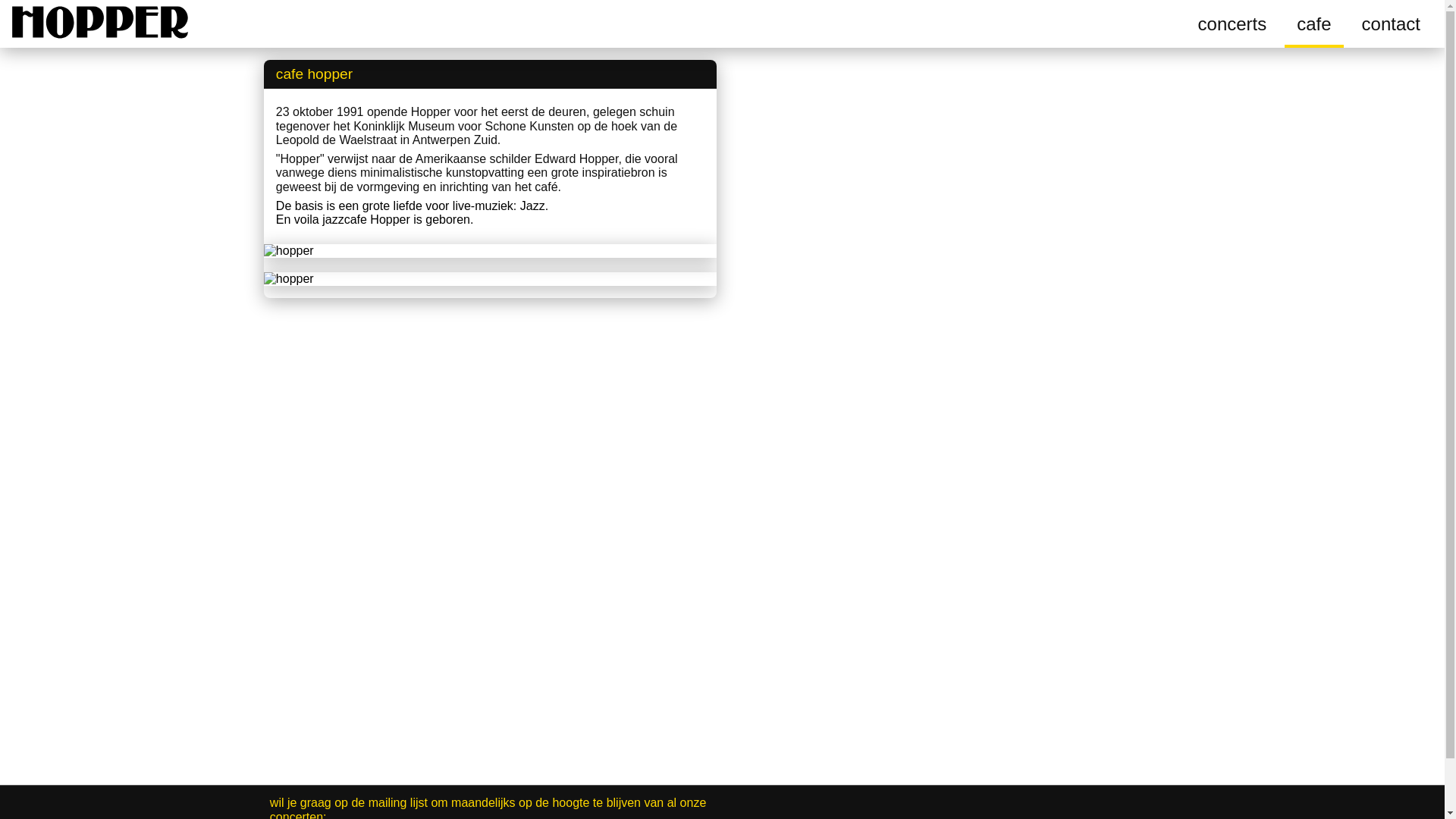  What do you see at coordinates (1232, 24) in the screenshot?
I see `'concerts'` at bounding box center [1232, 24].